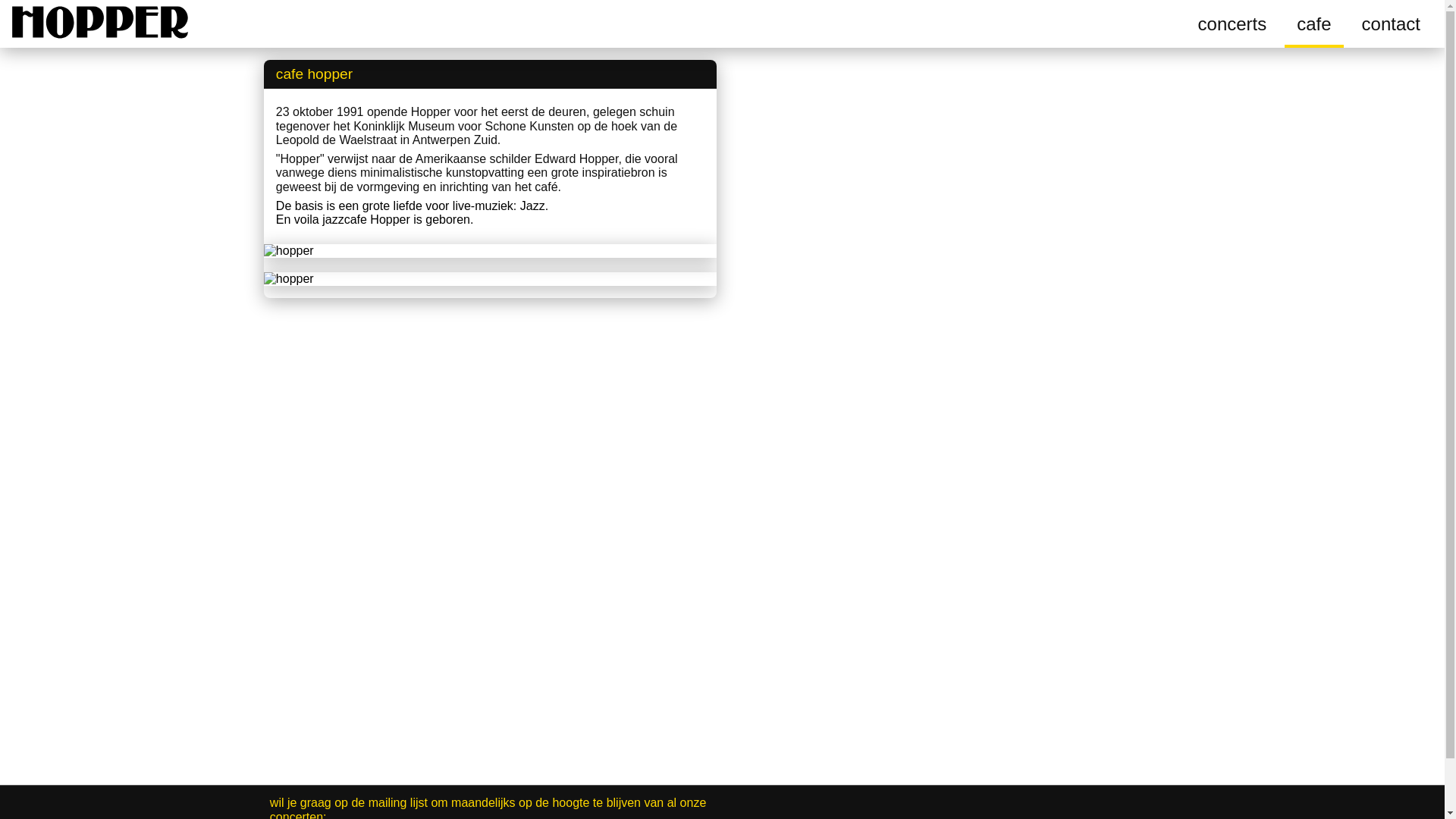  What do you see at coordinates (1232, 24) in the screenshot?
I see `'concerts'` at bounding box center [1232, 24].